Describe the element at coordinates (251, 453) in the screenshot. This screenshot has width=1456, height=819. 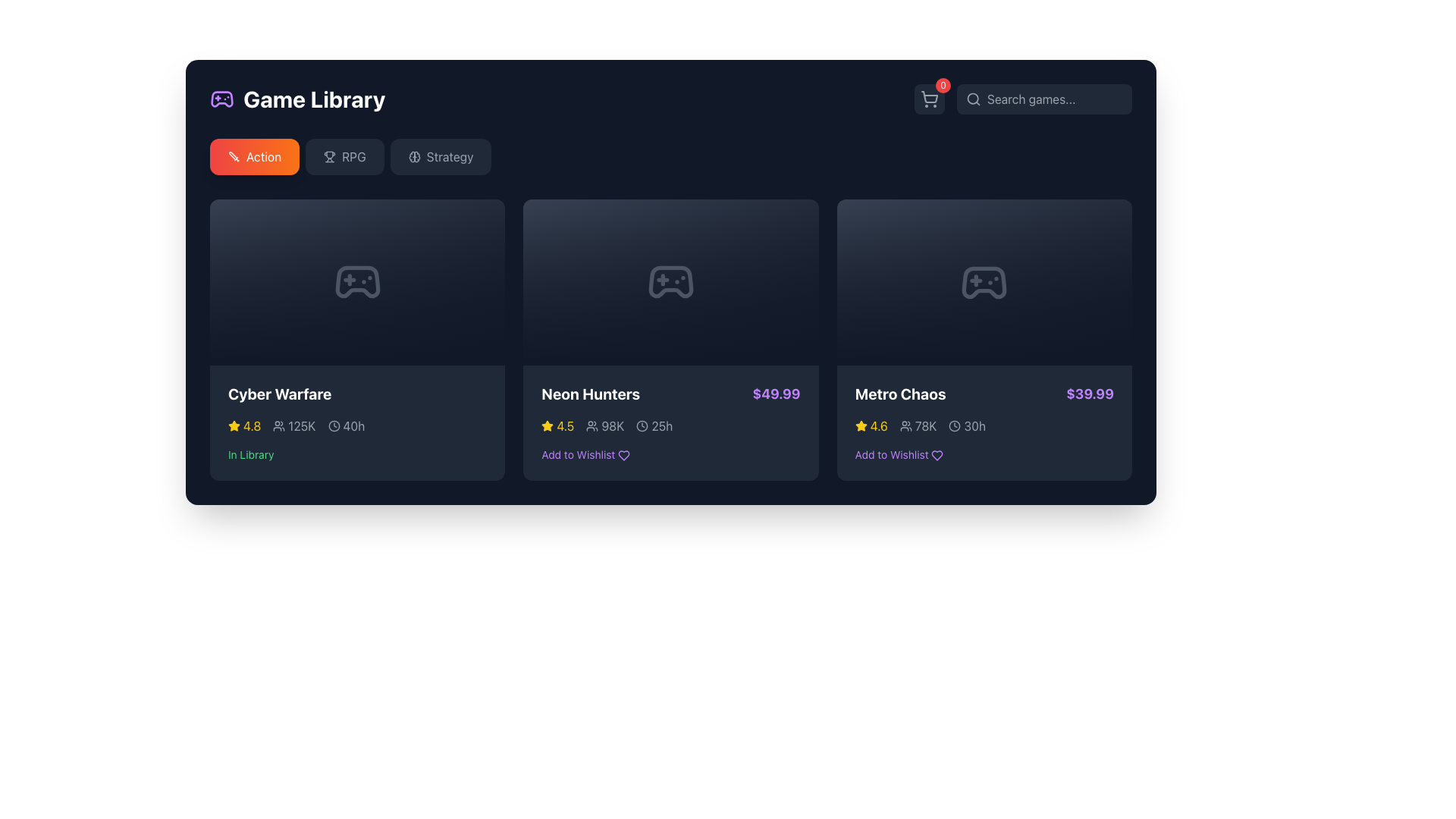
I see `the text label indicating that 'Cyber Warfare' is already added to the user's library, which is positioned below the game card in the details section` at that location.